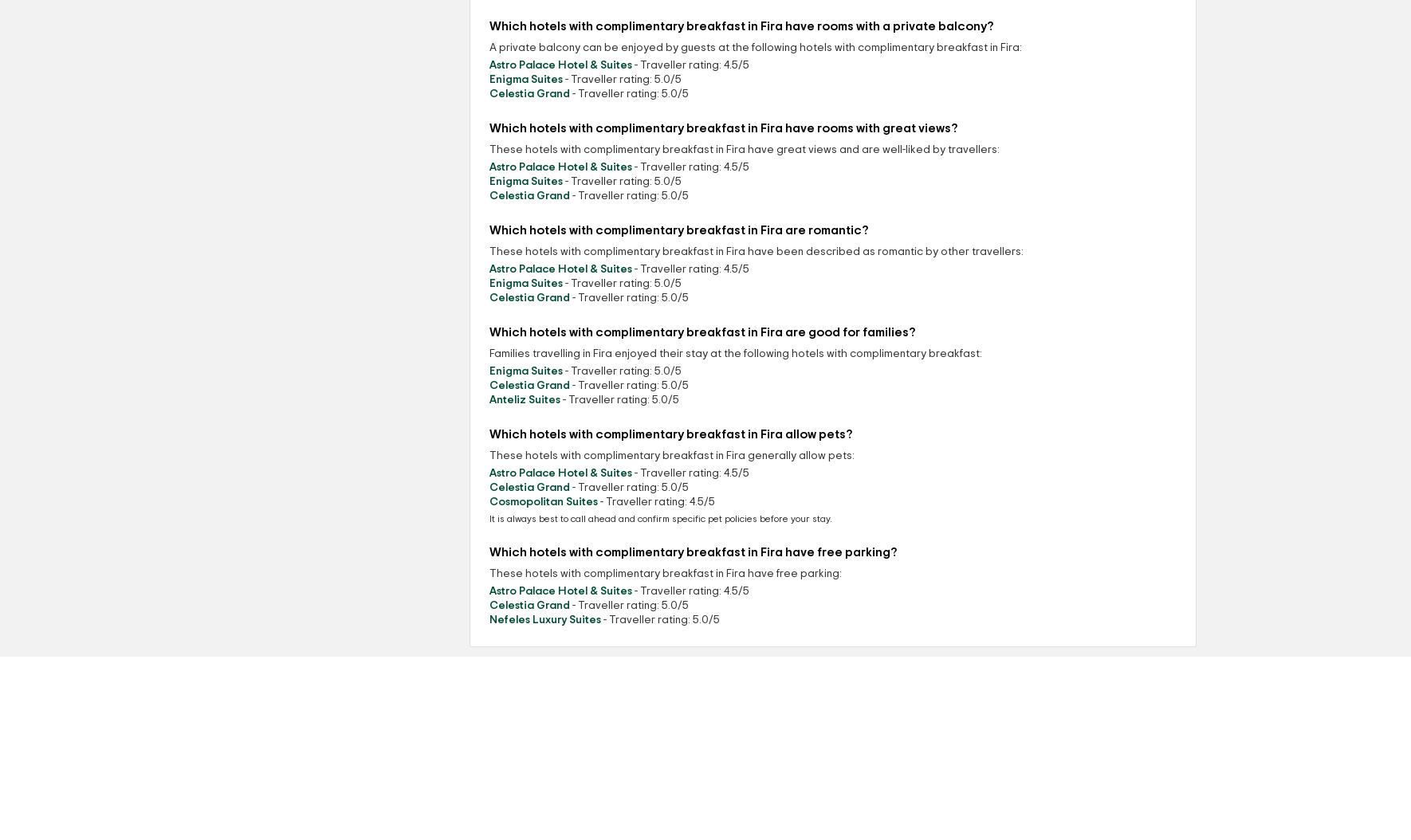  Describe the element at coordinates (666, 572) in the screenshot. I see `'These hotels with complimentary breakfast in Fira have free parking:'` at that location.